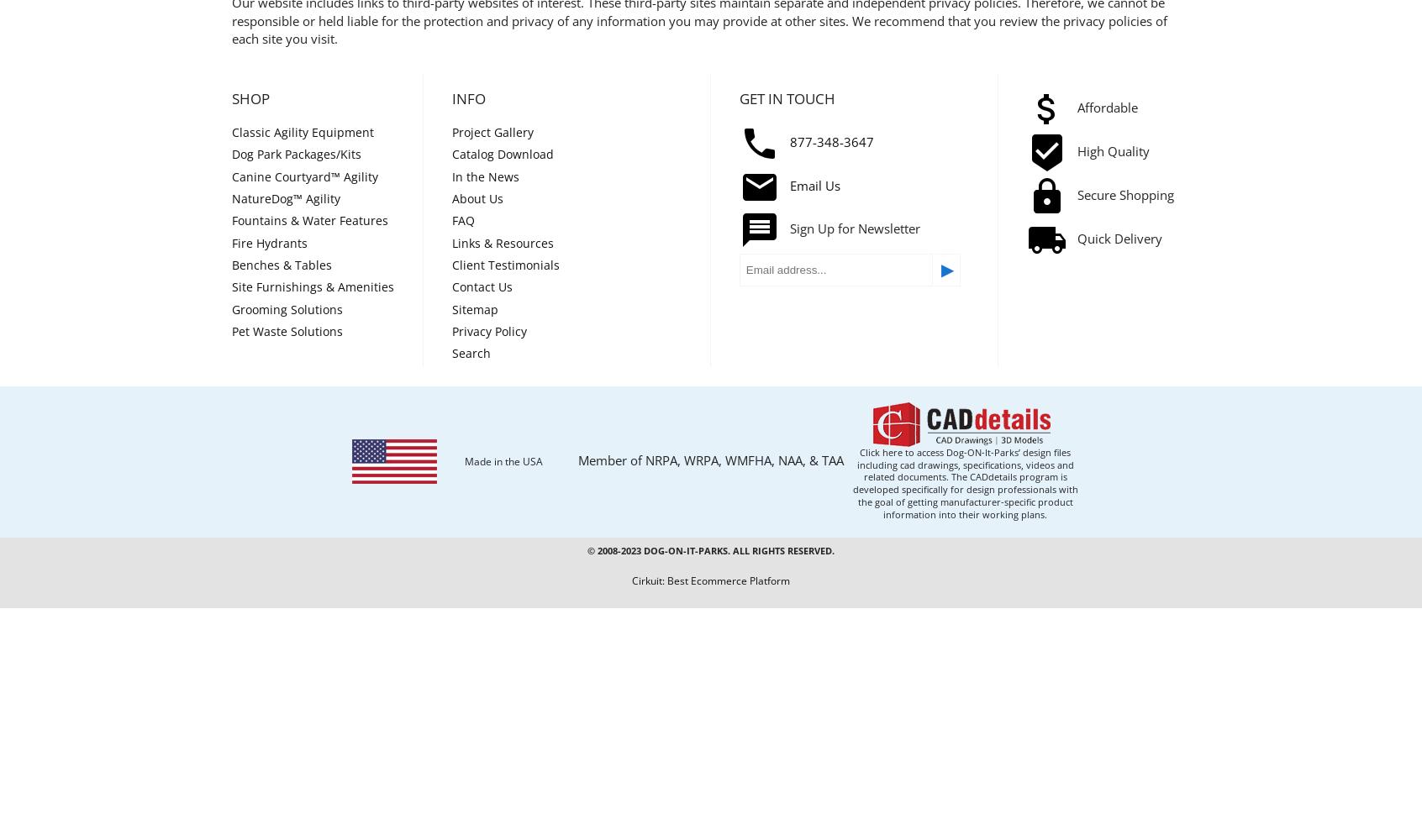 The height and width of the screenshot is (840, 1422). I want to click on 'Made in the USA', so click(464, 461).